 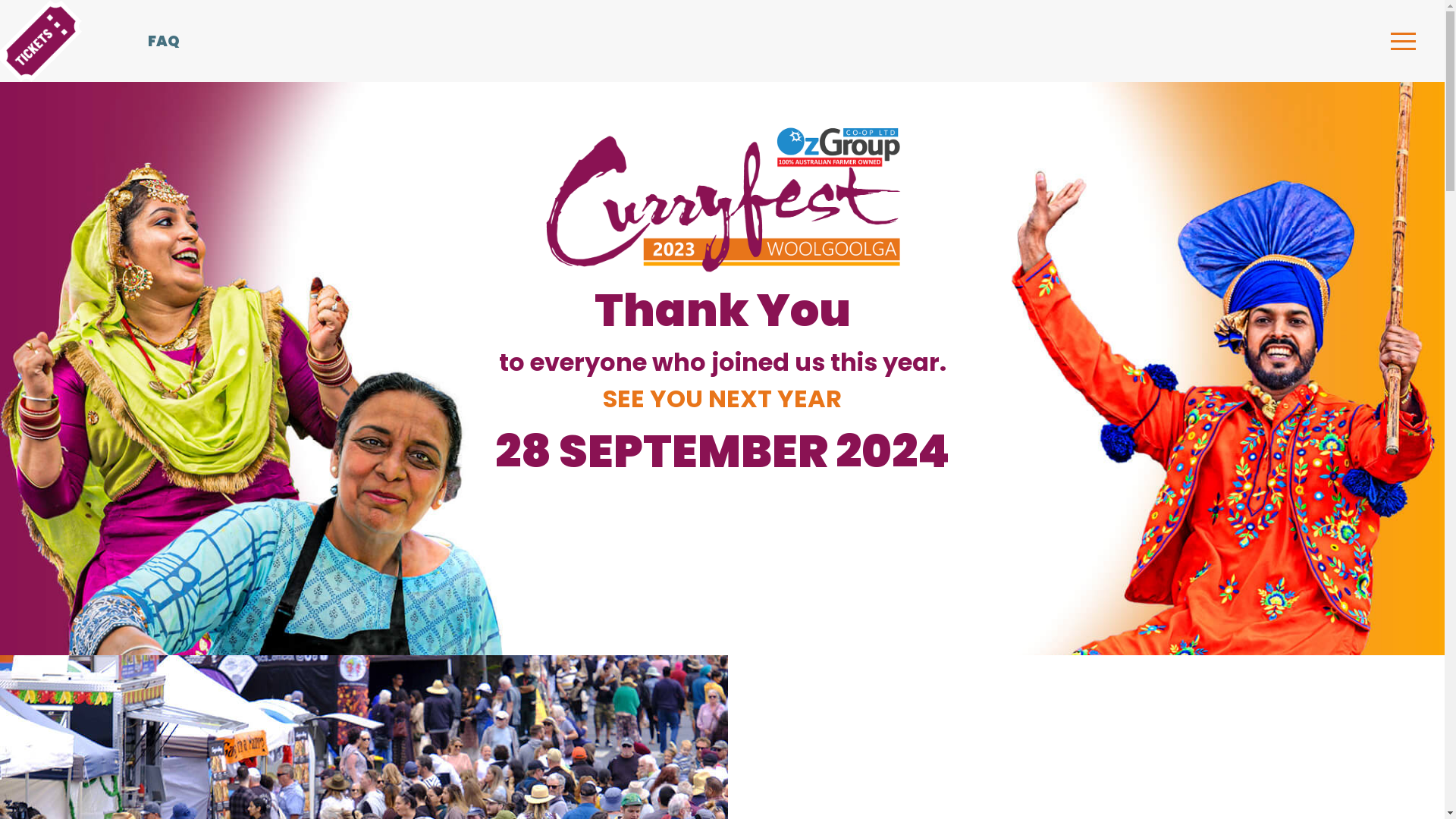 What do you see at coordinates (217, 40) in the screenshot?
I see `'FAQ'` at bounding box center [217, 40].